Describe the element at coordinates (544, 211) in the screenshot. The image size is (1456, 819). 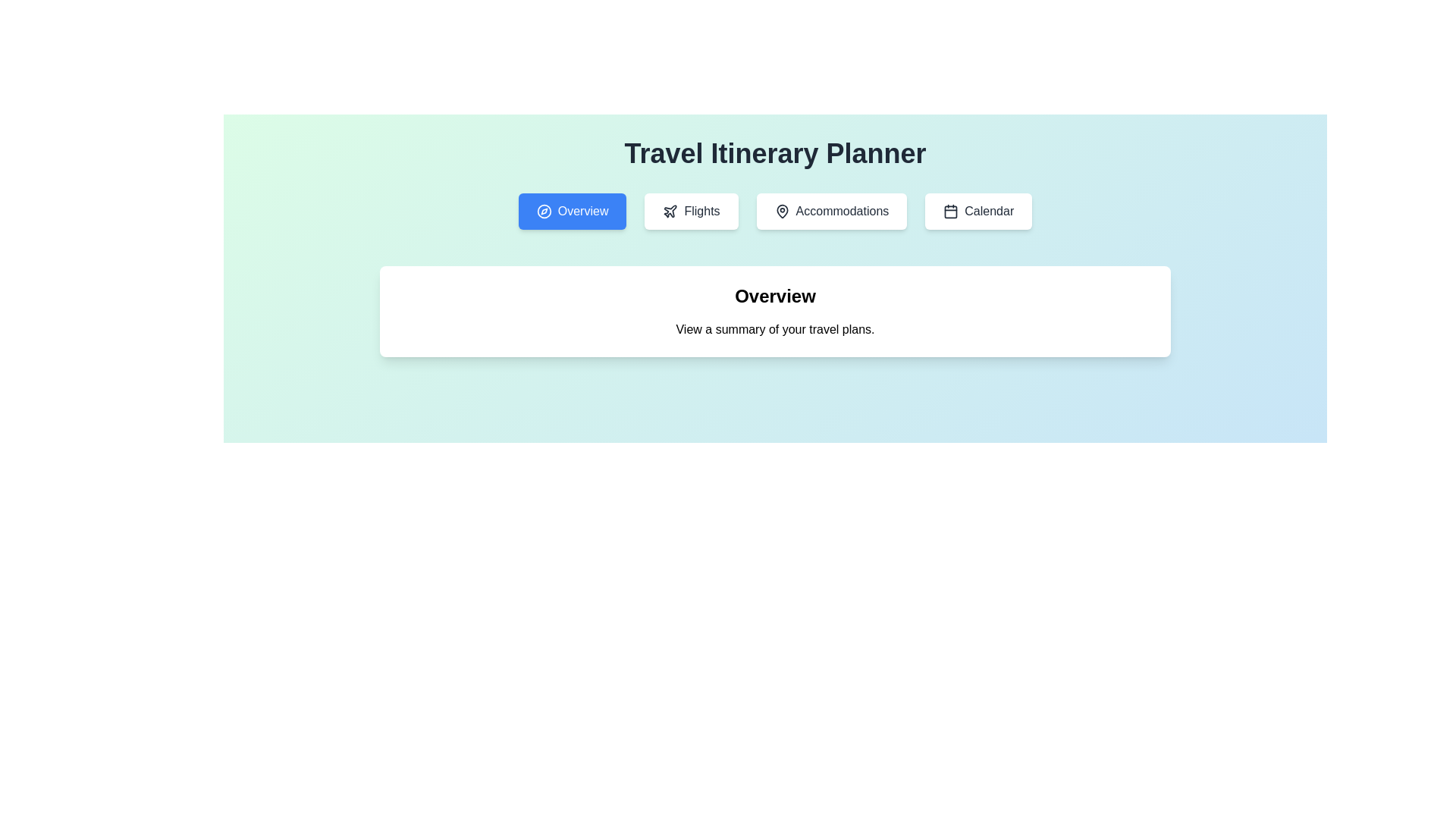
I see `the compass-shaped icon within the 'Overview' button` at that location.